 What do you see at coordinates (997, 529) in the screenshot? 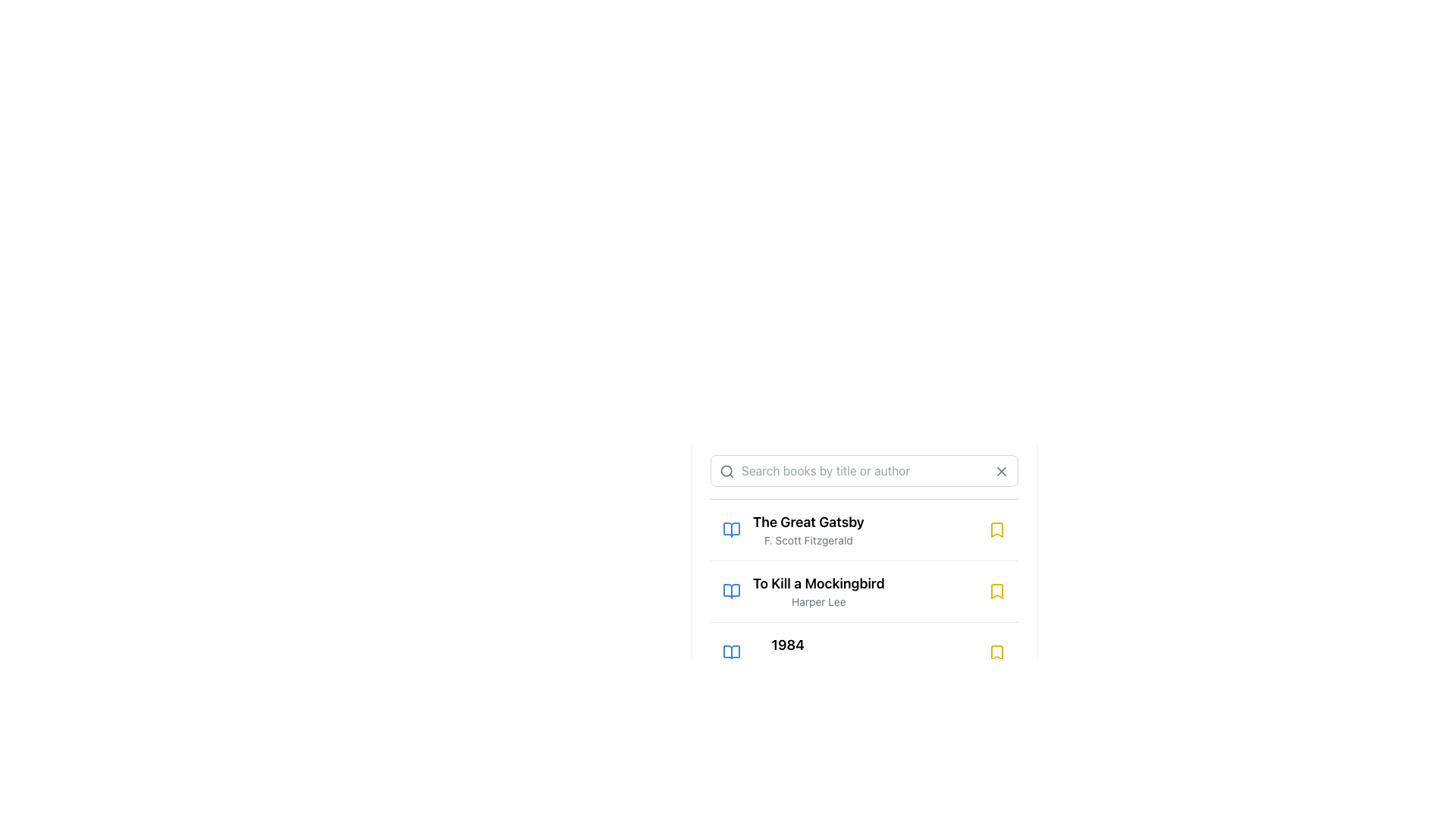
I see `the bookmark icon` at bounding box center [997, 529].